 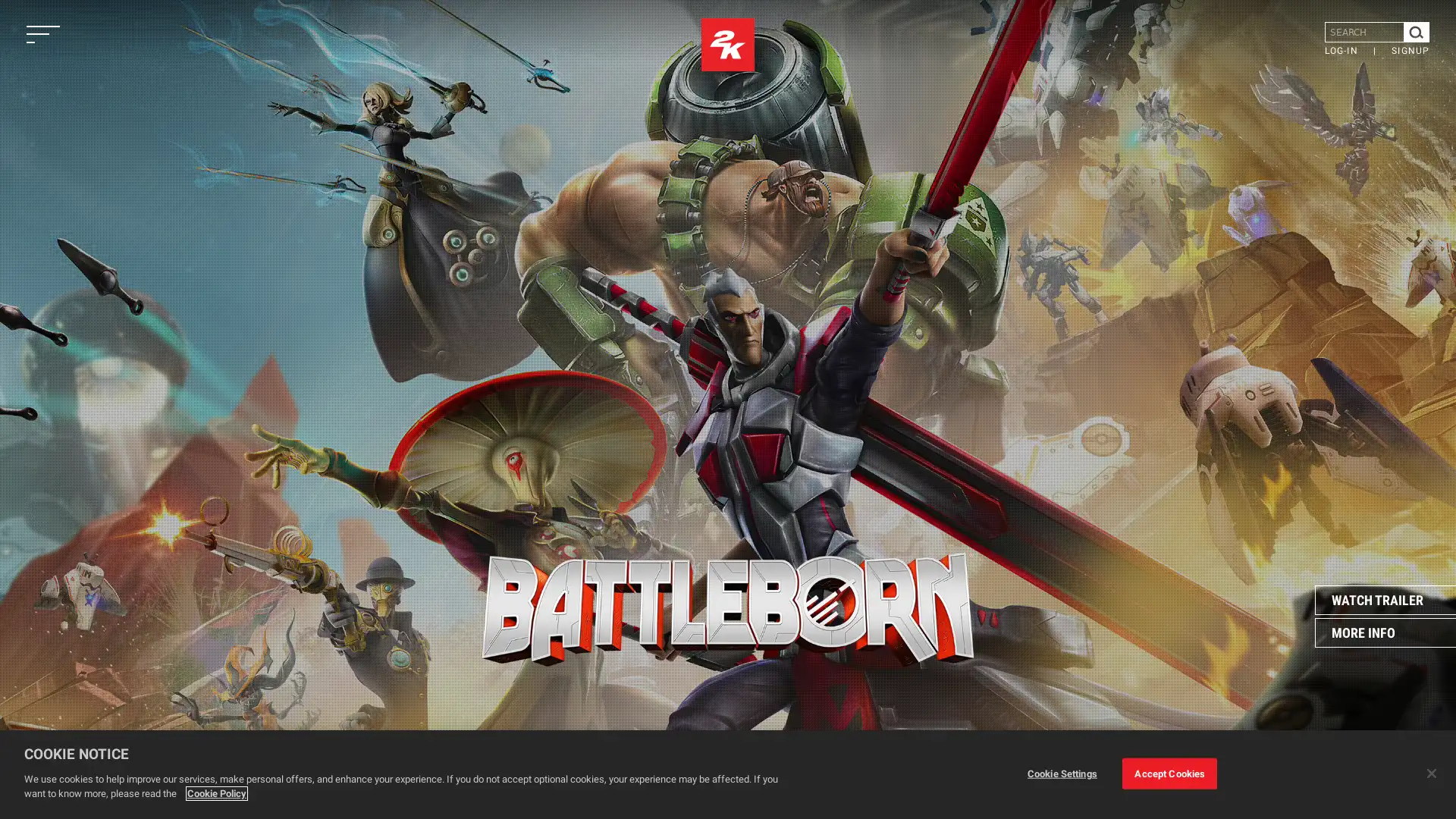 What do you see at coordinates (1430, 772) in the screenshot?
I see `Close` at bounding box center [1430, 772].